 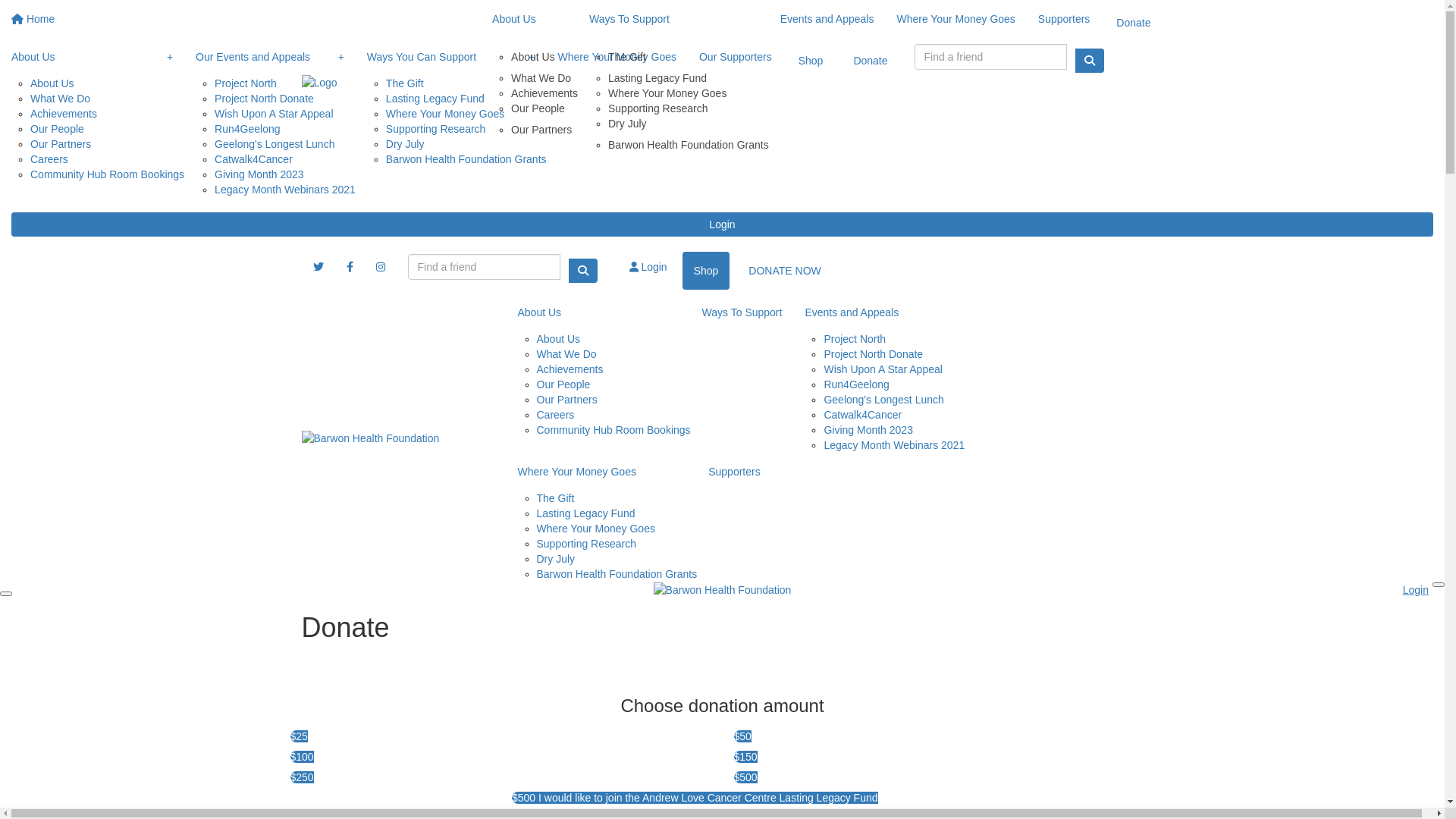 I want to click on 'Giving Month 2023', so click(x=259, y=174).